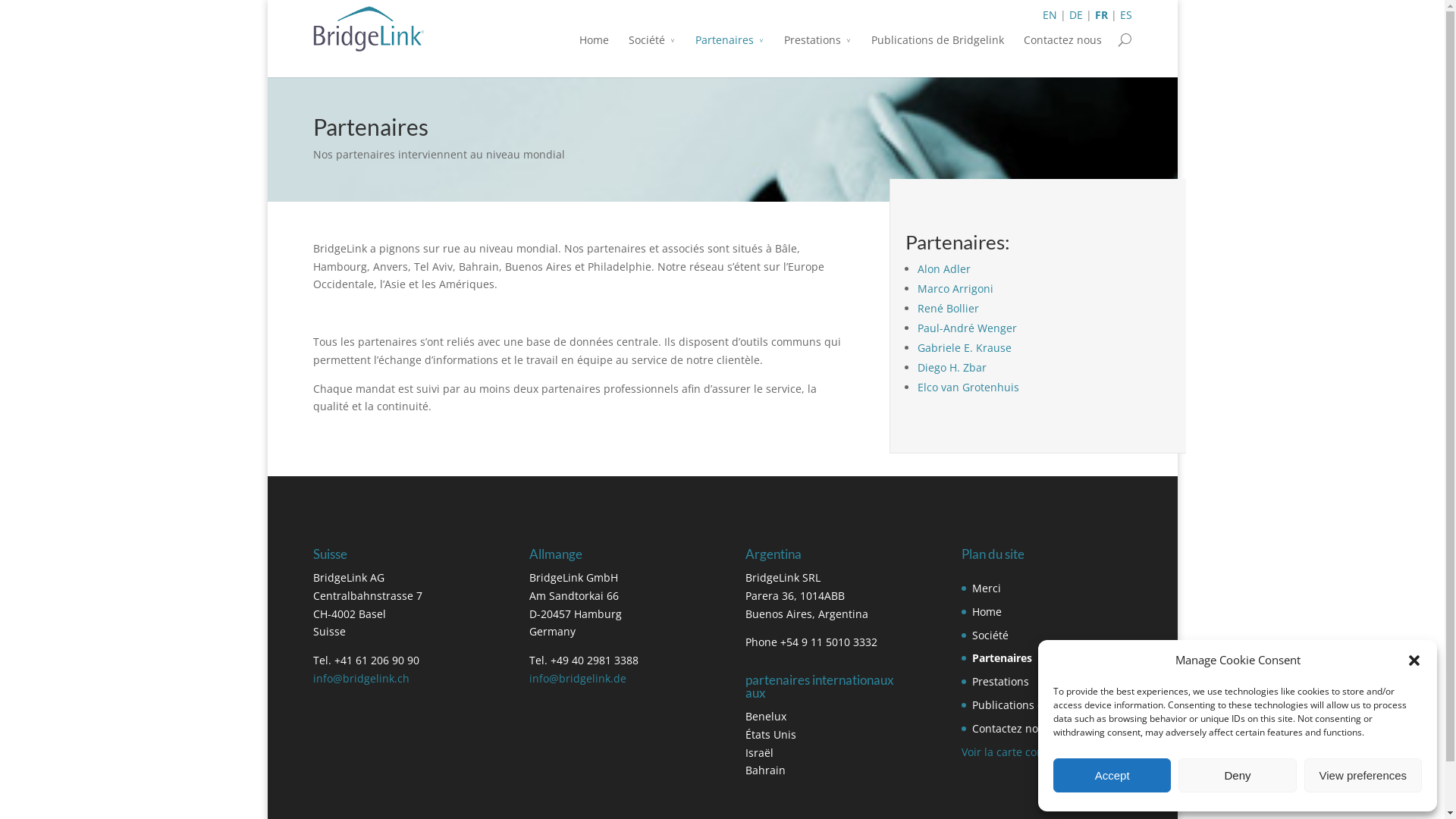 This screenshot has width=1456, height=819. I want to click on 'Elco van Grotenhuis', so click(967, 386).